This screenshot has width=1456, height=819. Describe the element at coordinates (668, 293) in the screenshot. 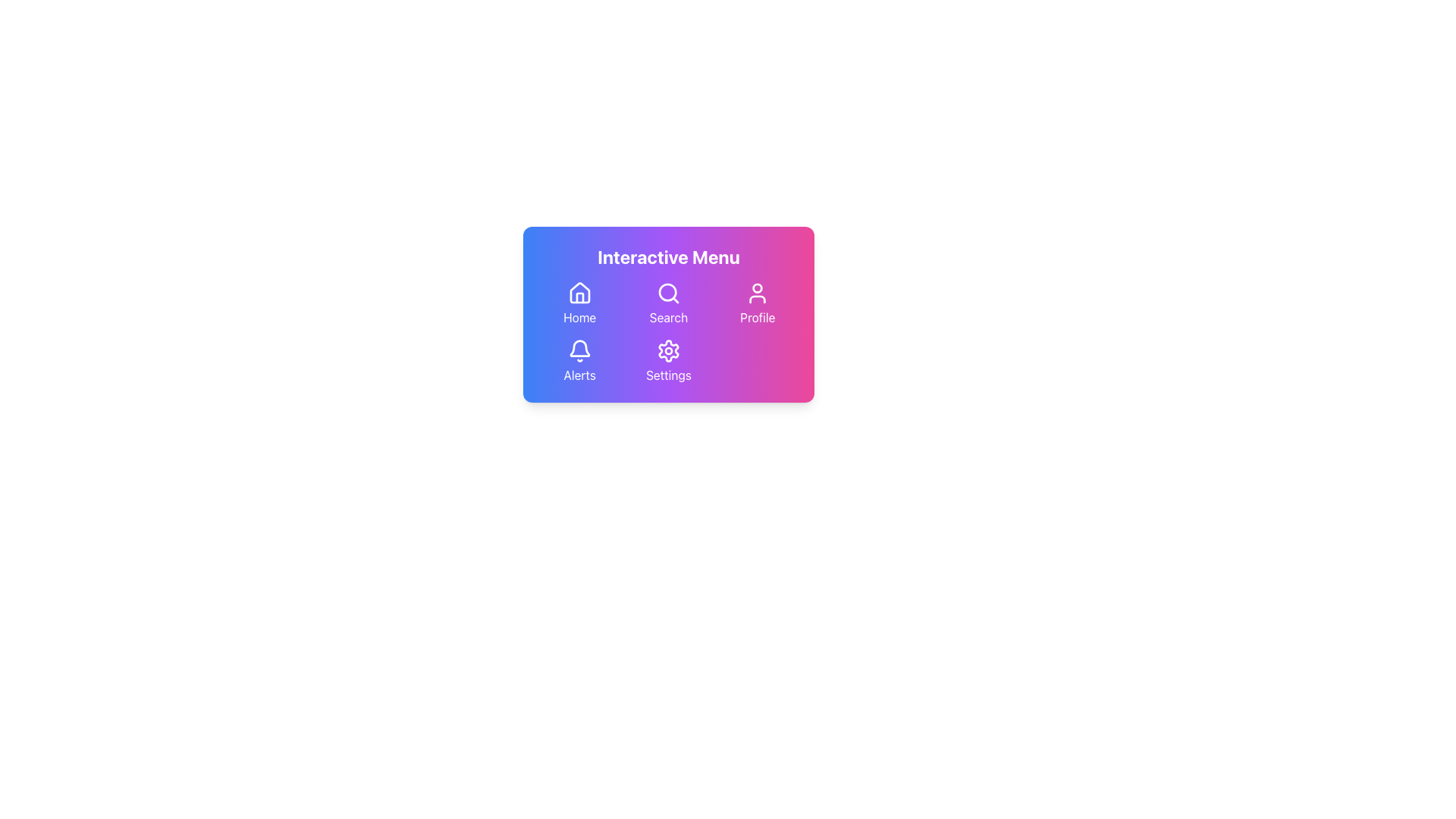

I see `the search icon, represented as a magnifying glass, located in the second row, first column of the interactive menu grid to initiate a search` at that location.